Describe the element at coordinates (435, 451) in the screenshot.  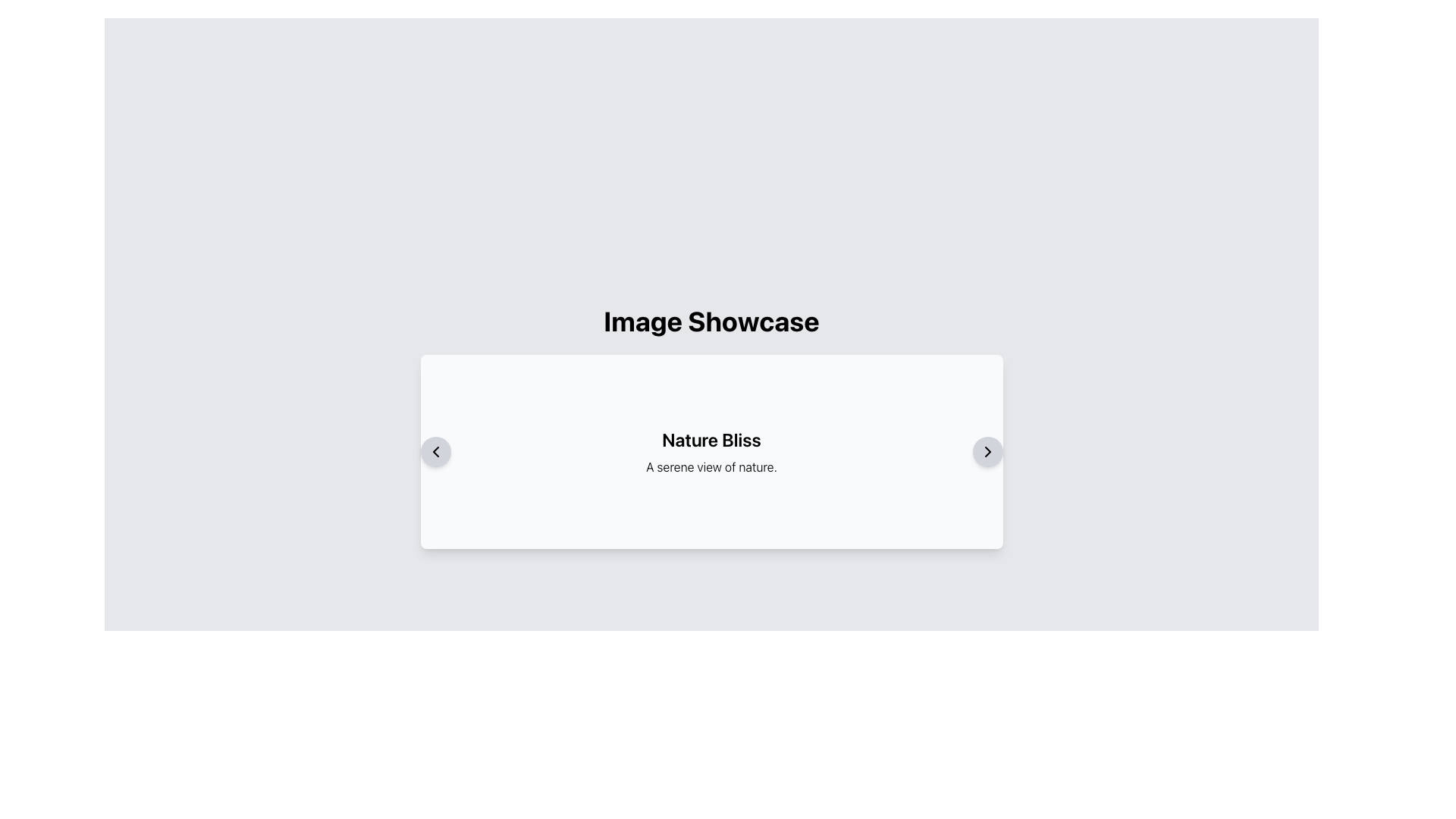
I see `the left arrow chevron icon located in the circular button on the left side of the card-like display` at that location.